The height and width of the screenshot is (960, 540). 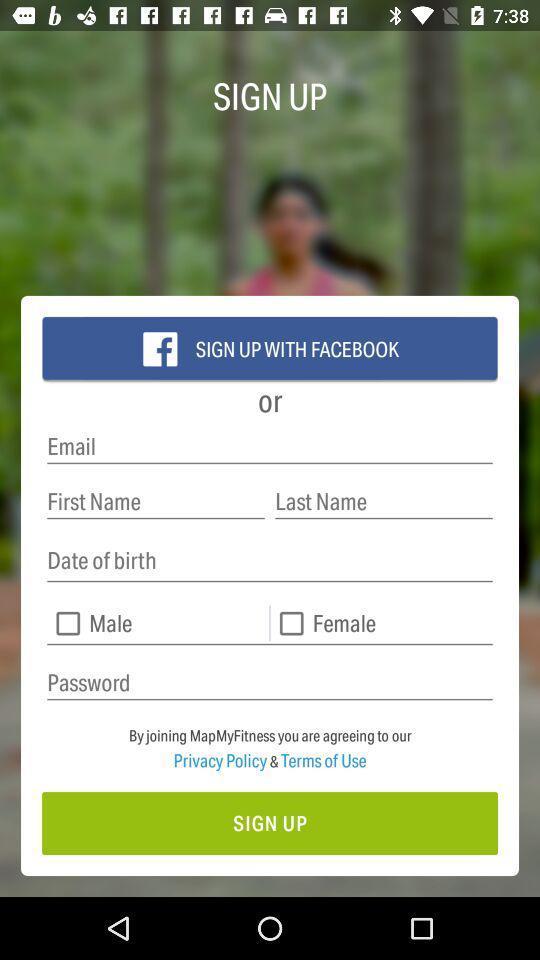 What do you see at coordinates (270, 683) in the screenshot?
I see `password` at bounding box center [270, 683].